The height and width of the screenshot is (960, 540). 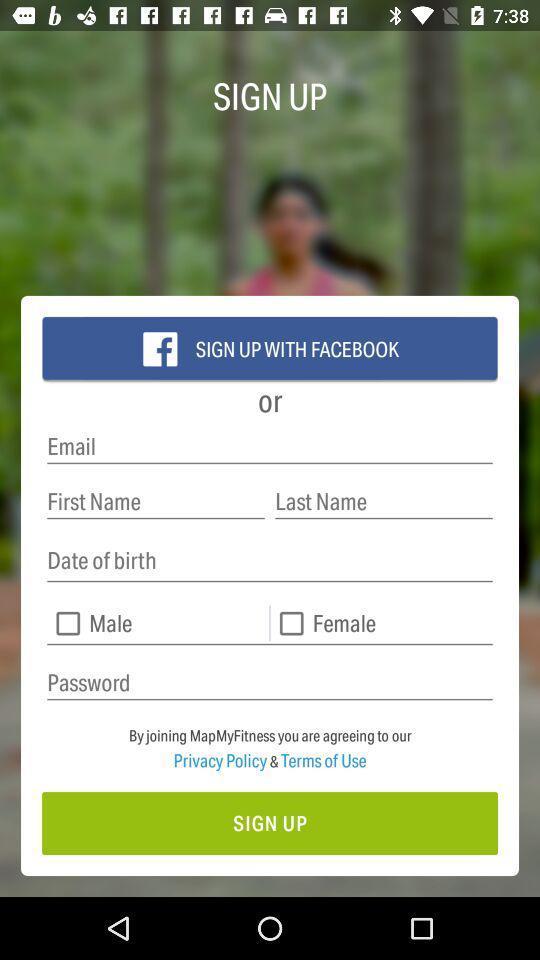 What do you see at coordinates (270, 683) in the screenshot?
I see `password` at bounding box center [270, 683].